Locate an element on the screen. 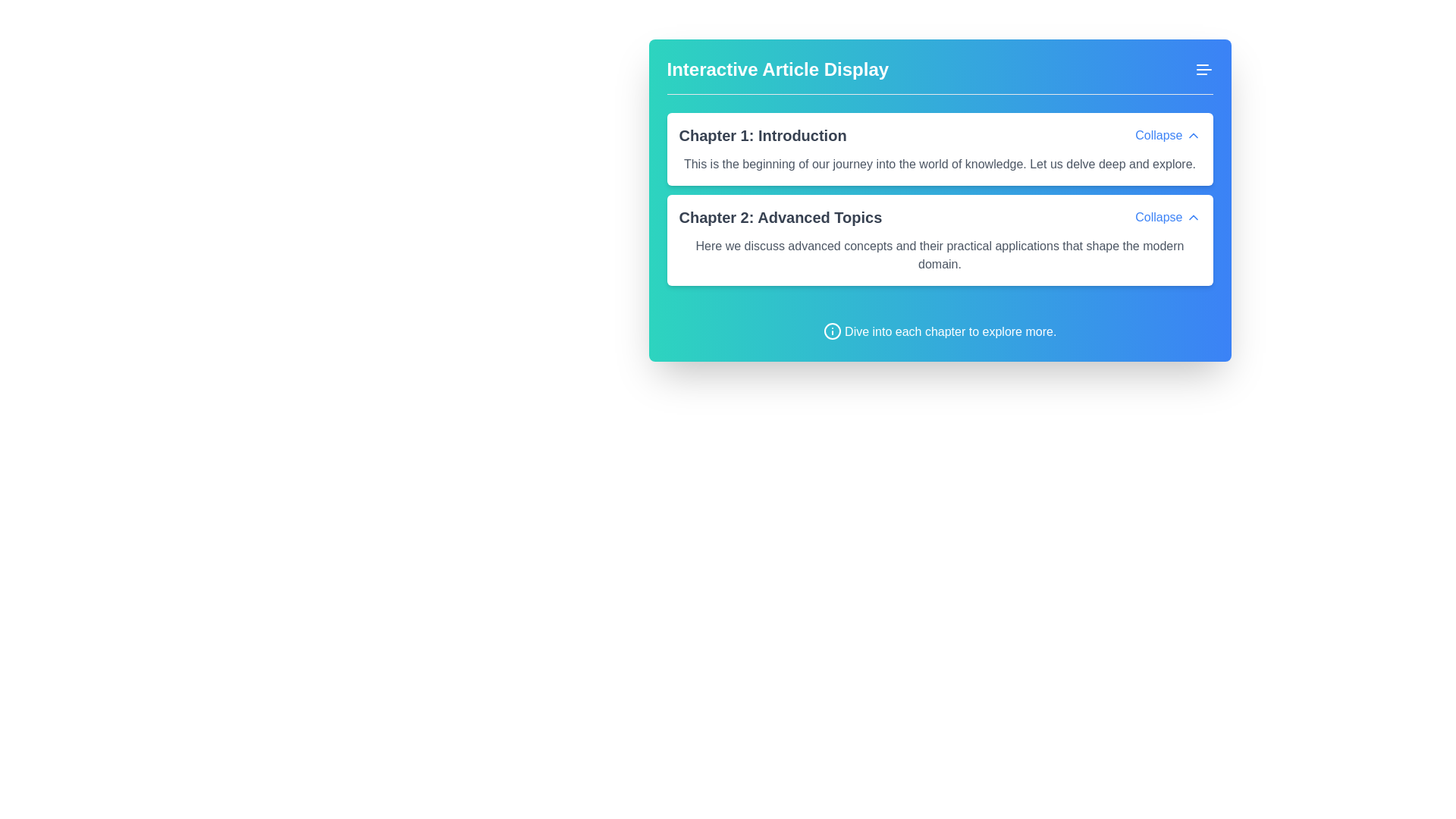 This screenshot has height=819, width=1456. the chevron-like icon with a triangular arrow pointing upwards, styled with a blue stroke color, located to the right of the 'Collapse' text in the upper-right corner of the second chapter's box is located at coordinates (1192, 217).